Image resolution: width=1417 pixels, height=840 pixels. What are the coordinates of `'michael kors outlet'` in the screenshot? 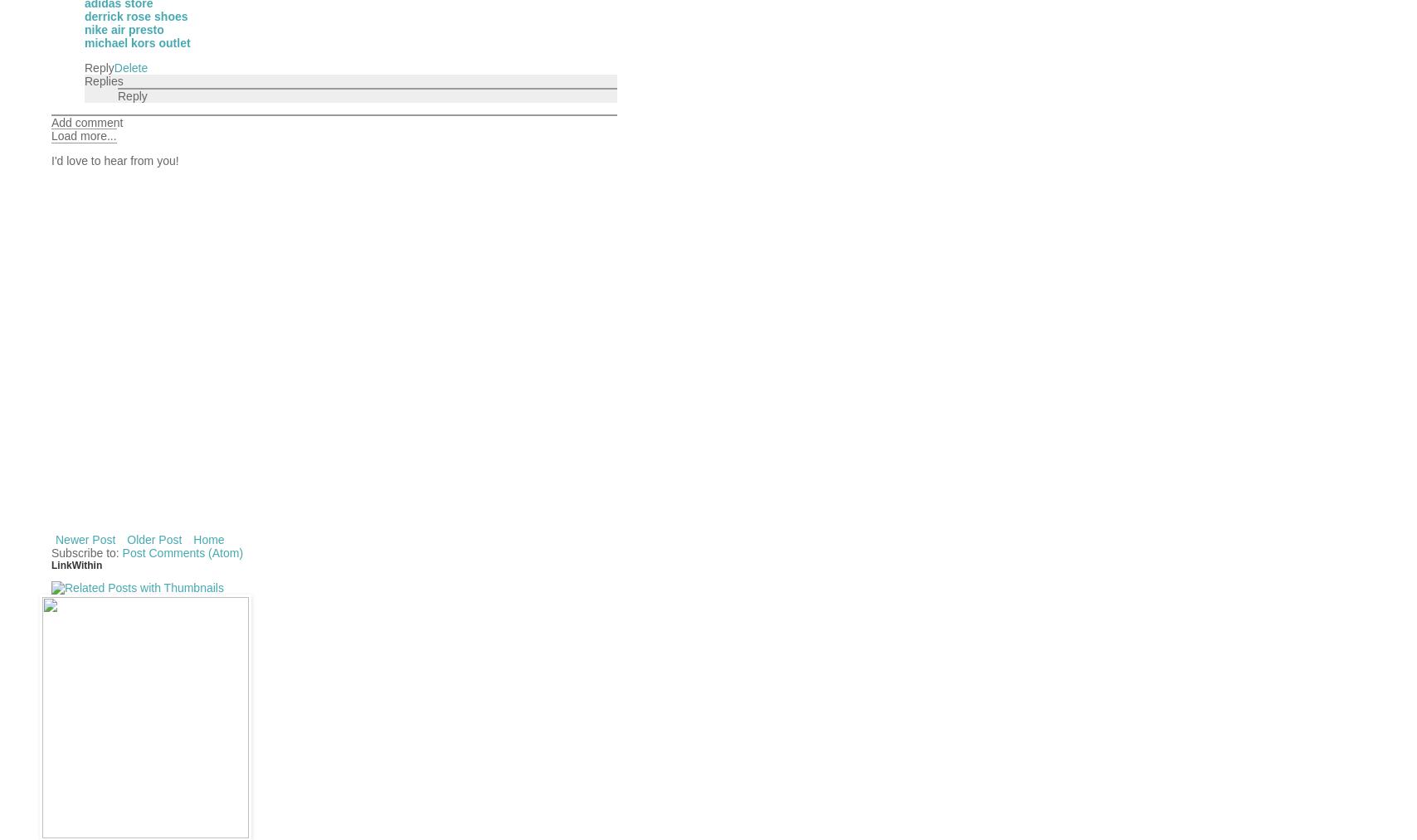 It's located at (84, 41).